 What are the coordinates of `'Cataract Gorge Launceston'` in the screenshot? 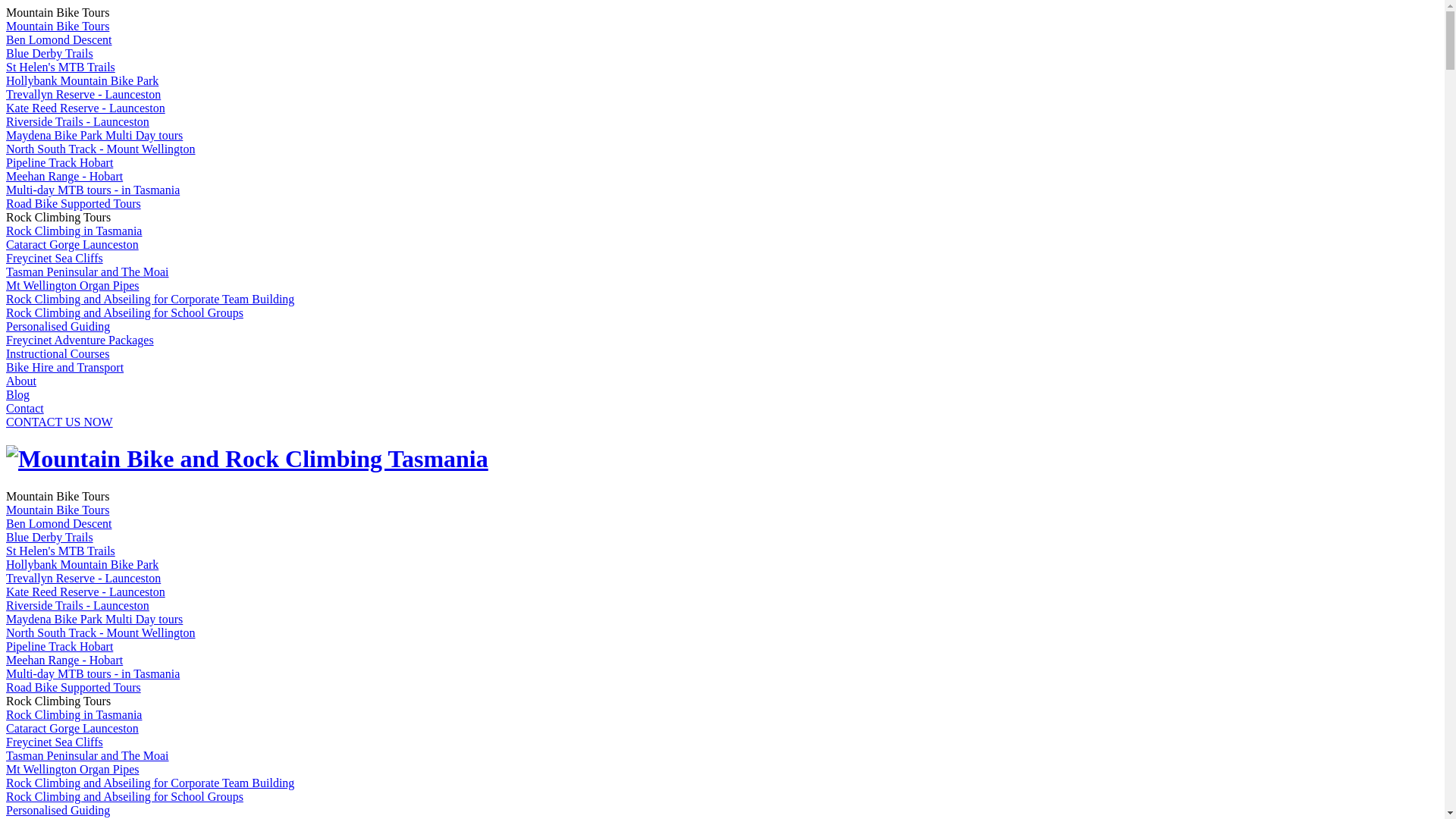 It's located at (71, 243).